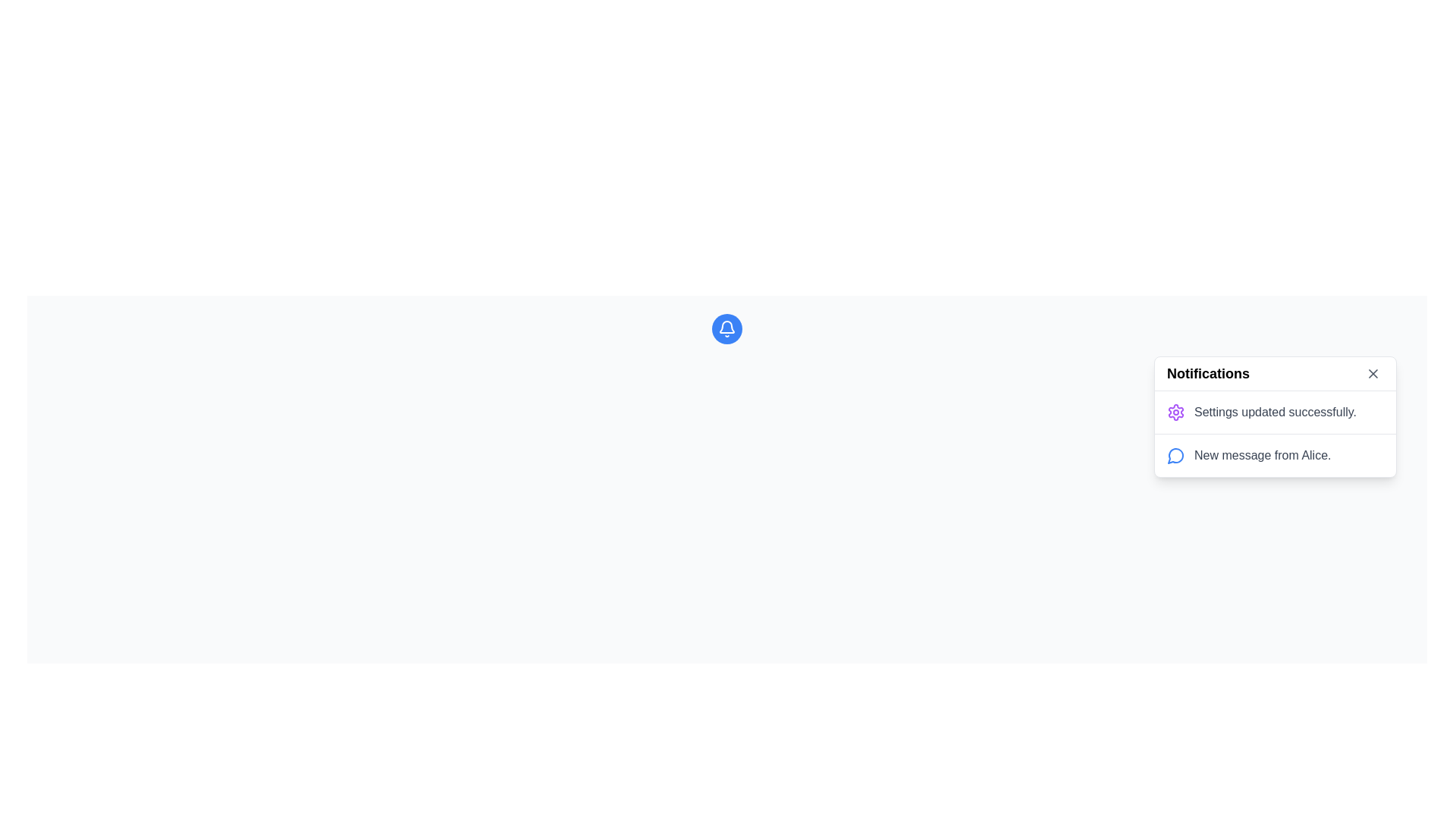 The height and width of the screenshot is (819, 1456). What do you see at coordinates (1373, 374) in the screenshot?
I see `the close button located at the far right end of the notification bar` at bounding box center [1373, 374].